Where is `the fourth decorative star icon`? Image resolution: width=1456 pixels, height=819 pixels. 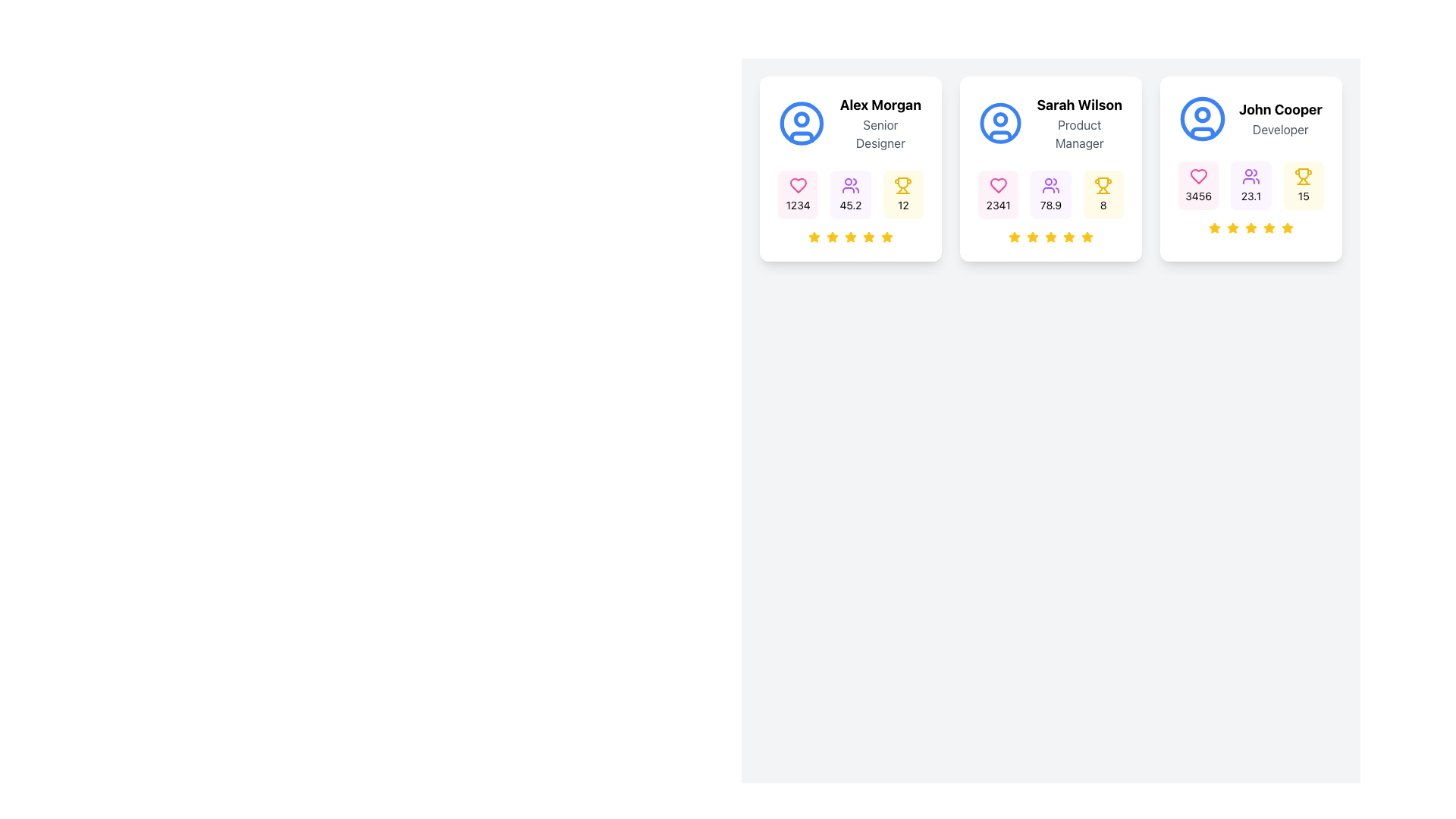
the fourth decorative star icon is located at coordinates (1050, 237).